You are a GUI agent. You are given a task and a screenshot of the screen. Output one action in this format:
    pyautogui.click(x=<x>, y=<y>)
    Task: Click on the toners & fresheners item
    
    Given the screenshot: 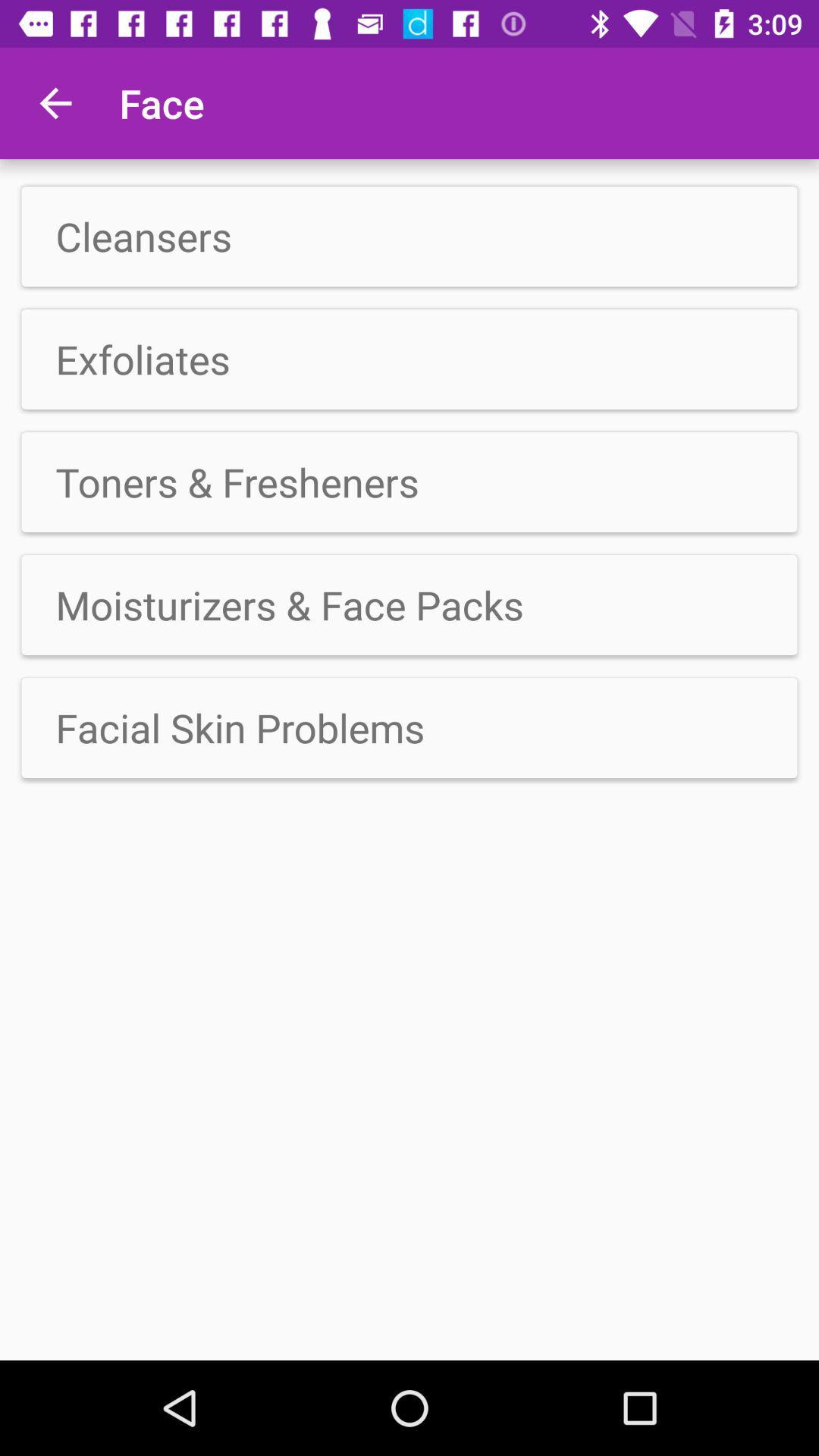 What is the action you would take?
    pyautogui.click(x=409, y=481)
    